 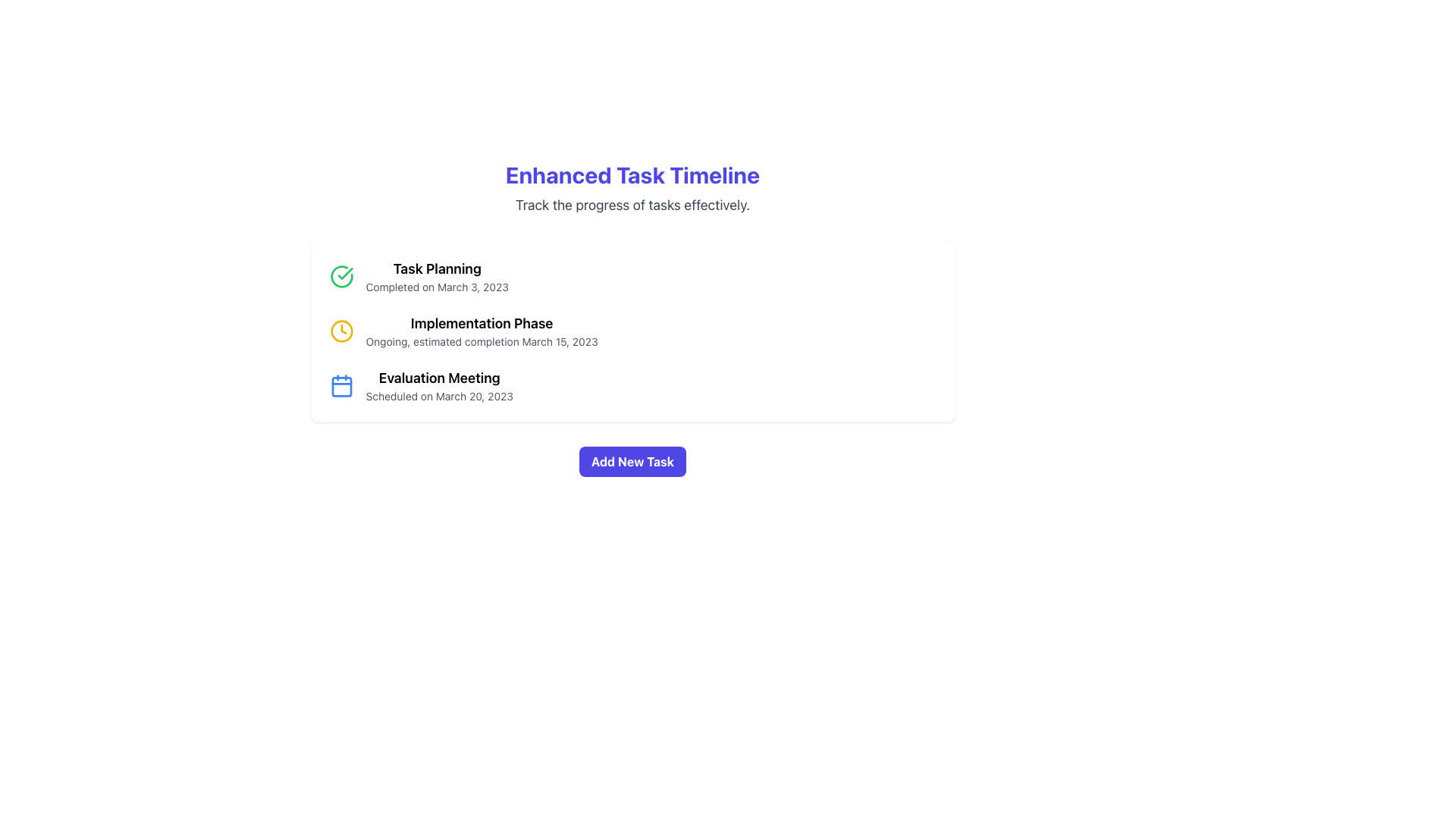 What do you see at coordinates (436, 287) in the screenshot?
I see `text fragment that says 'Completed on March 3, 2023', which is styled in a small gray font and located below the 'Task Planning' headline` at bounding box center [436, 287].